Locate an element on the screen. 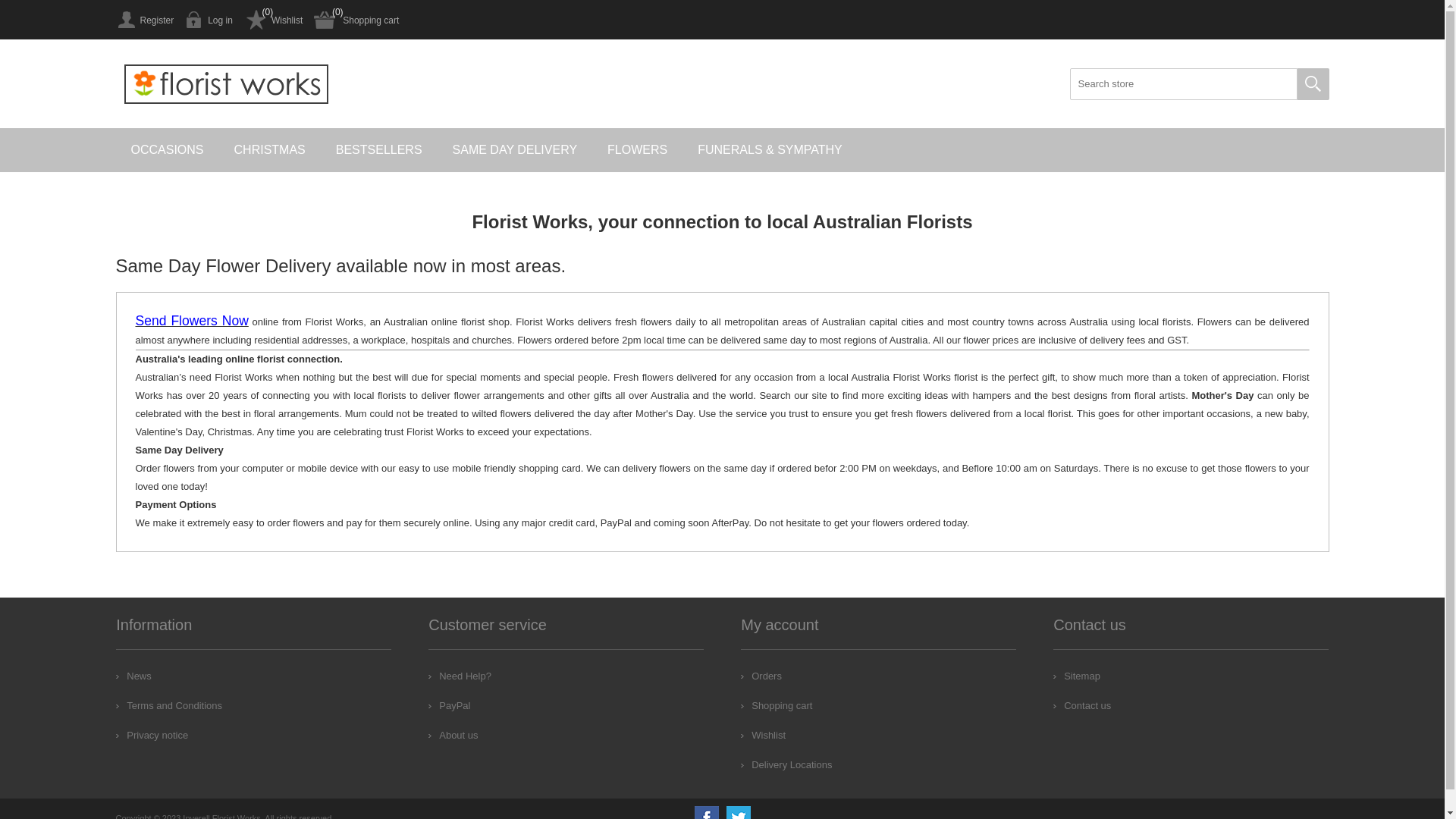 The height and width of the screenshot is (819, 1456). 'OCCASIONS' is located at coordinates (167, 149).